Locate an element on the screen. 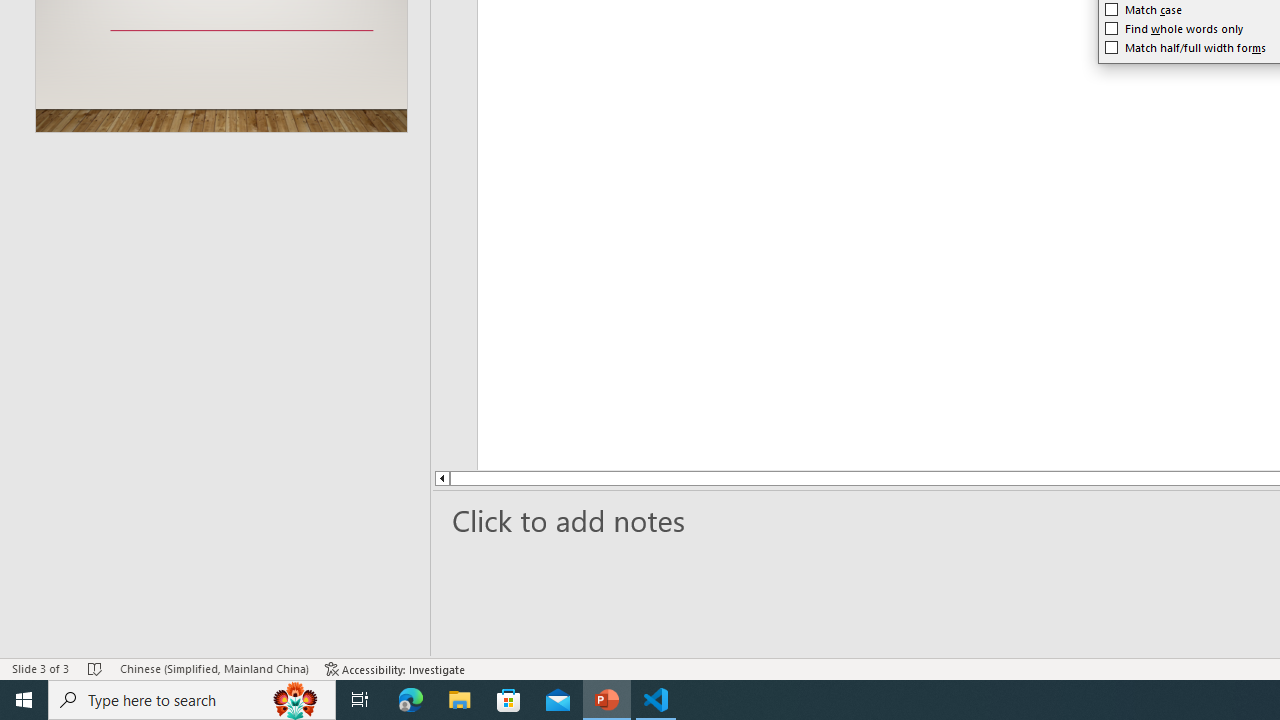 This screenshot has height=720, width=1280. 'Accessibility Checker Accessibility: Investigate' is located at coordinates (395, 669).